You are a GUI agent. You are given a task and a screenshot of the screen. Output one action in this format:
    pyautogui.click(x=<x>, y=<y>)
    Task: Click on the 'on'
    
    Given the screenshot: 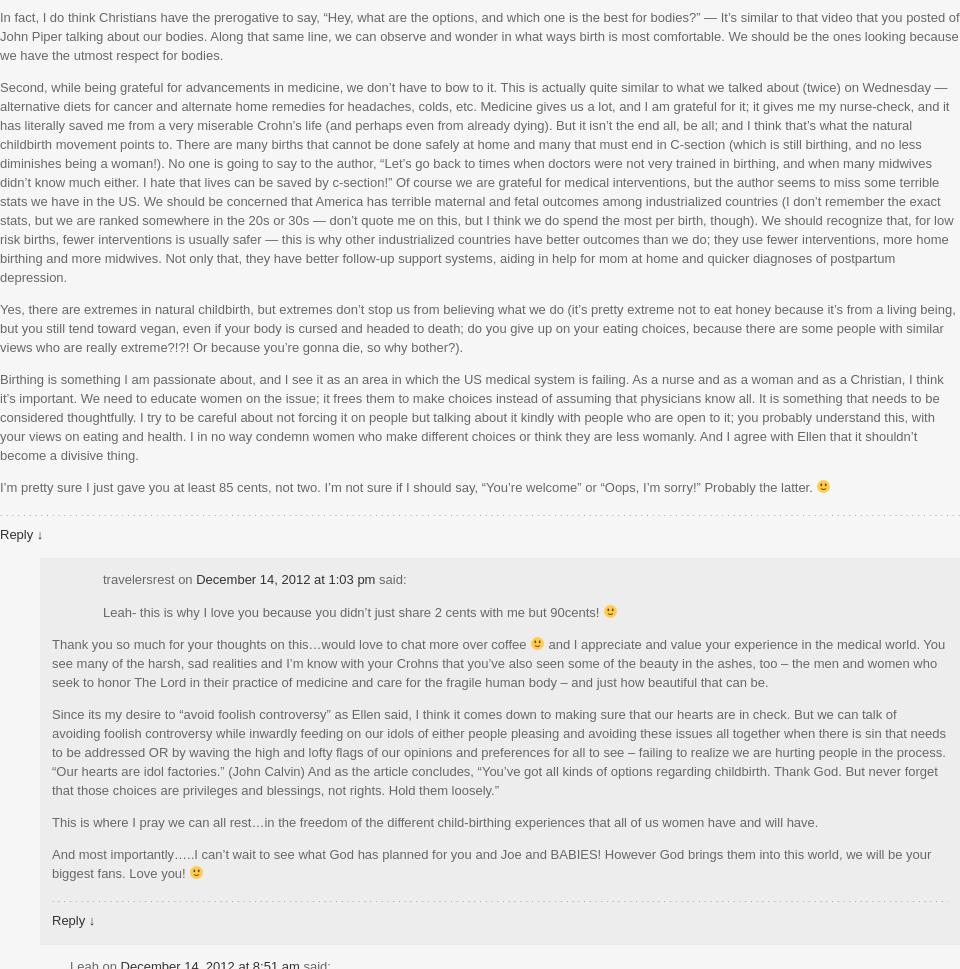 What is the action you would take?
    pyautogui.click(x=172, y=577)
    